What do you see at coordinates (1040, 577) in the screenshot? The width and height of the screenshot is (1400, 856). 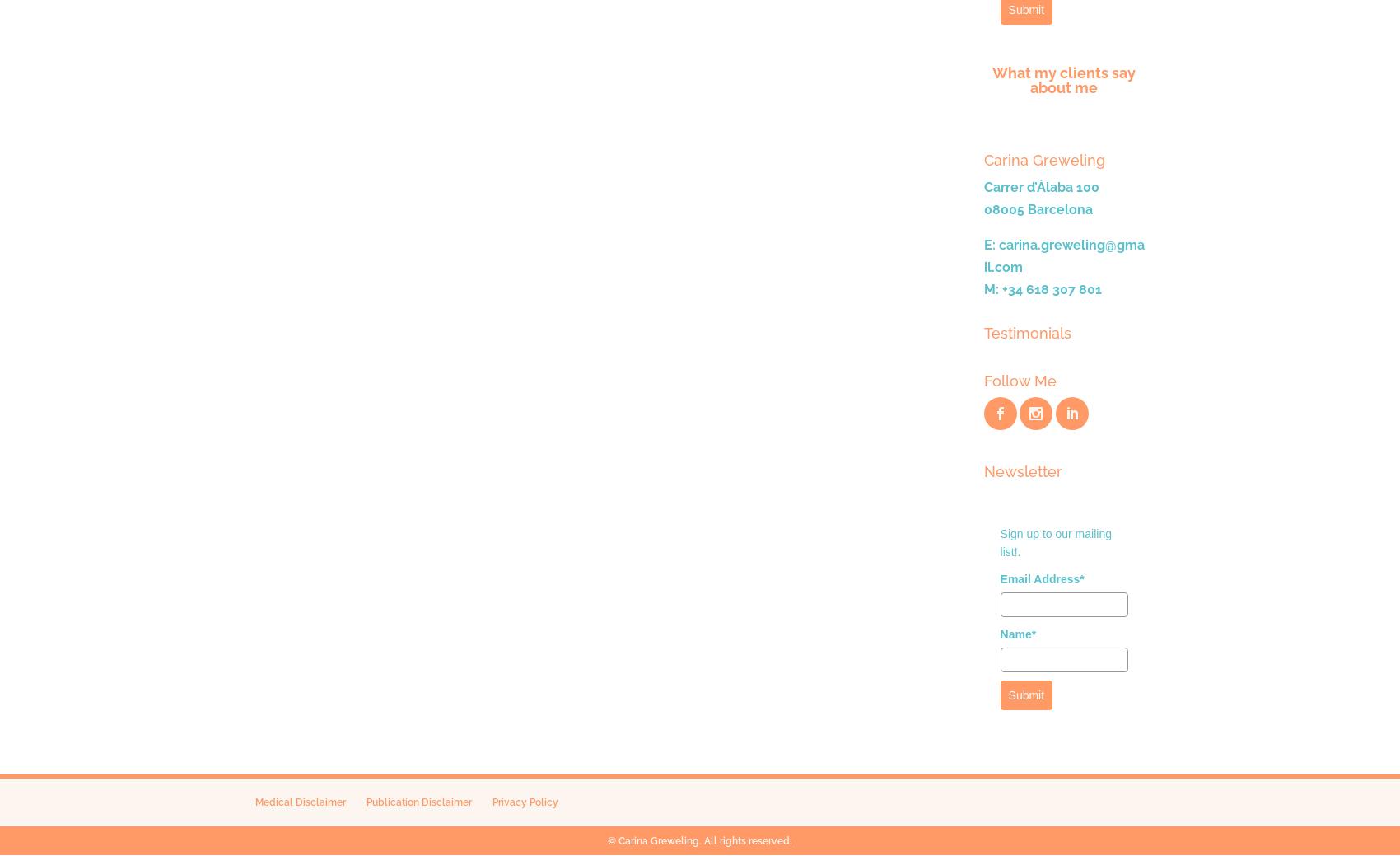 I see `'Email Address*'` at bounding box center [1040, 577].